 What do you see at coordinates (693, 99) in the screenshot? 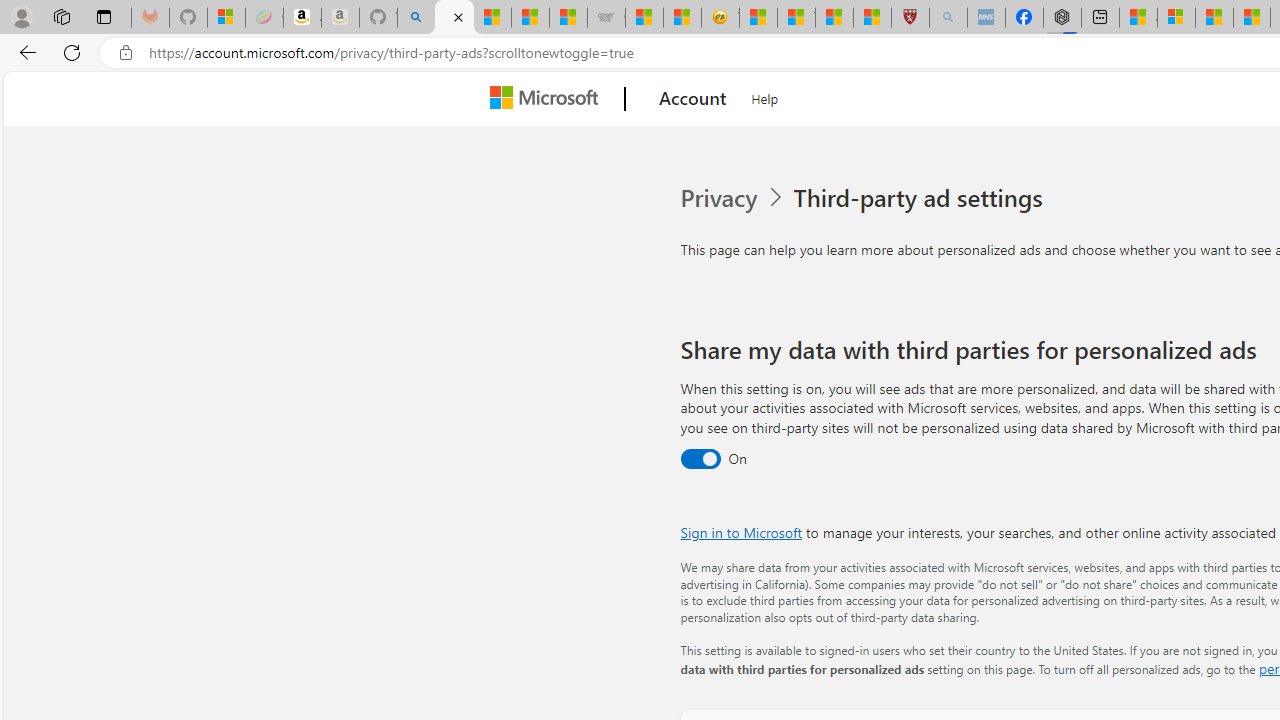
I see `'Account'` at bounding box center [693, 99].